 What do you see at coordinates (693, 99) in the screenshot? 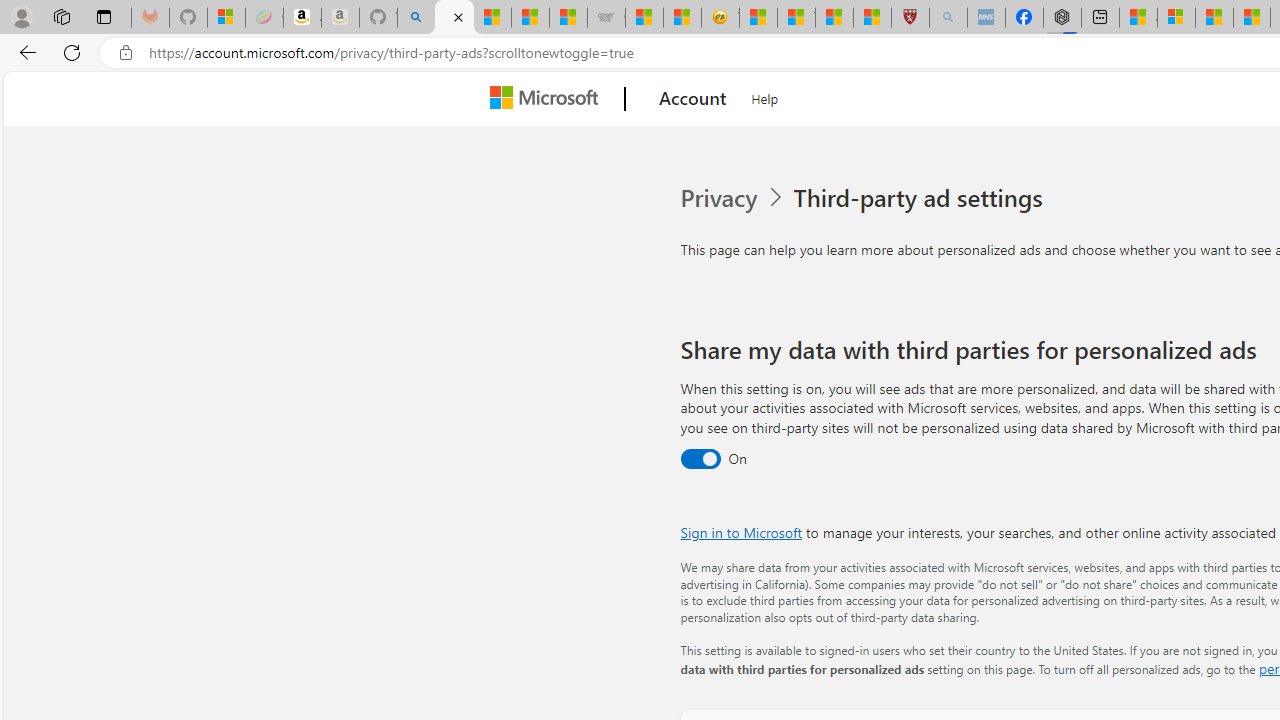
I see `'Account'` at bounding box center [693, 99].